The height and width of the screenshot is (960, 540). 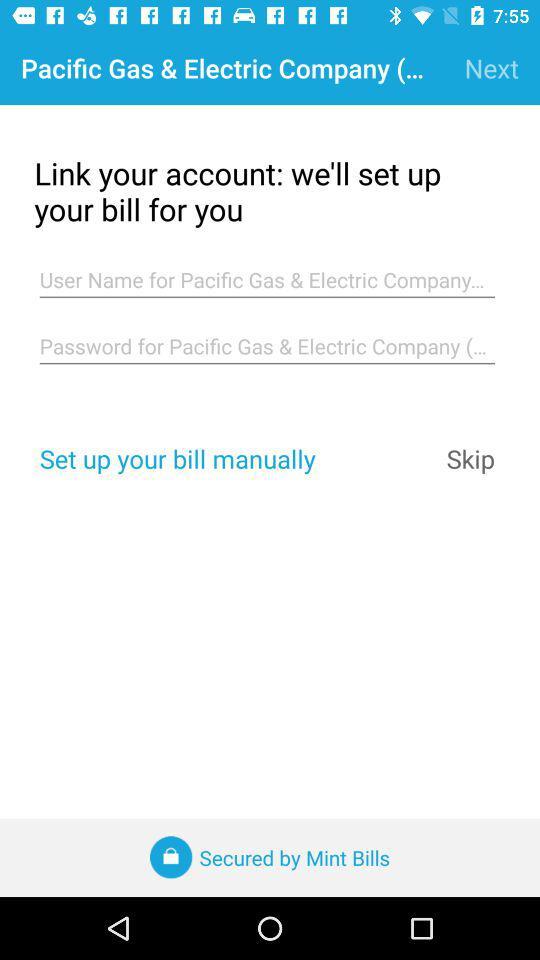 I want to click on line to enter login, so click(x=267, y=279).